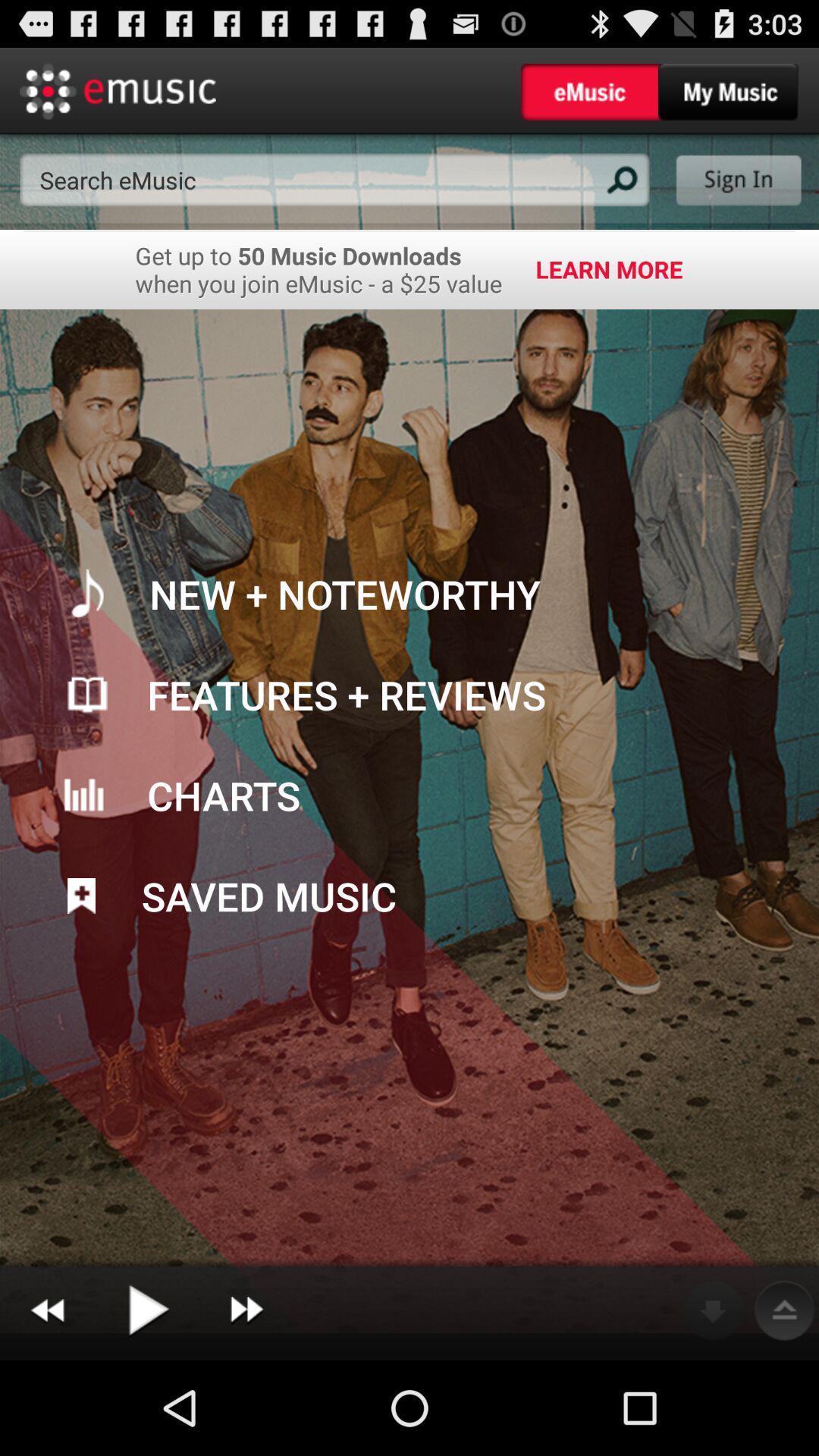  What do you see at coordinates (246, 1310) in the screenshot?
I see `the option beside pause or resume button` at bounding box center [246, 1310].